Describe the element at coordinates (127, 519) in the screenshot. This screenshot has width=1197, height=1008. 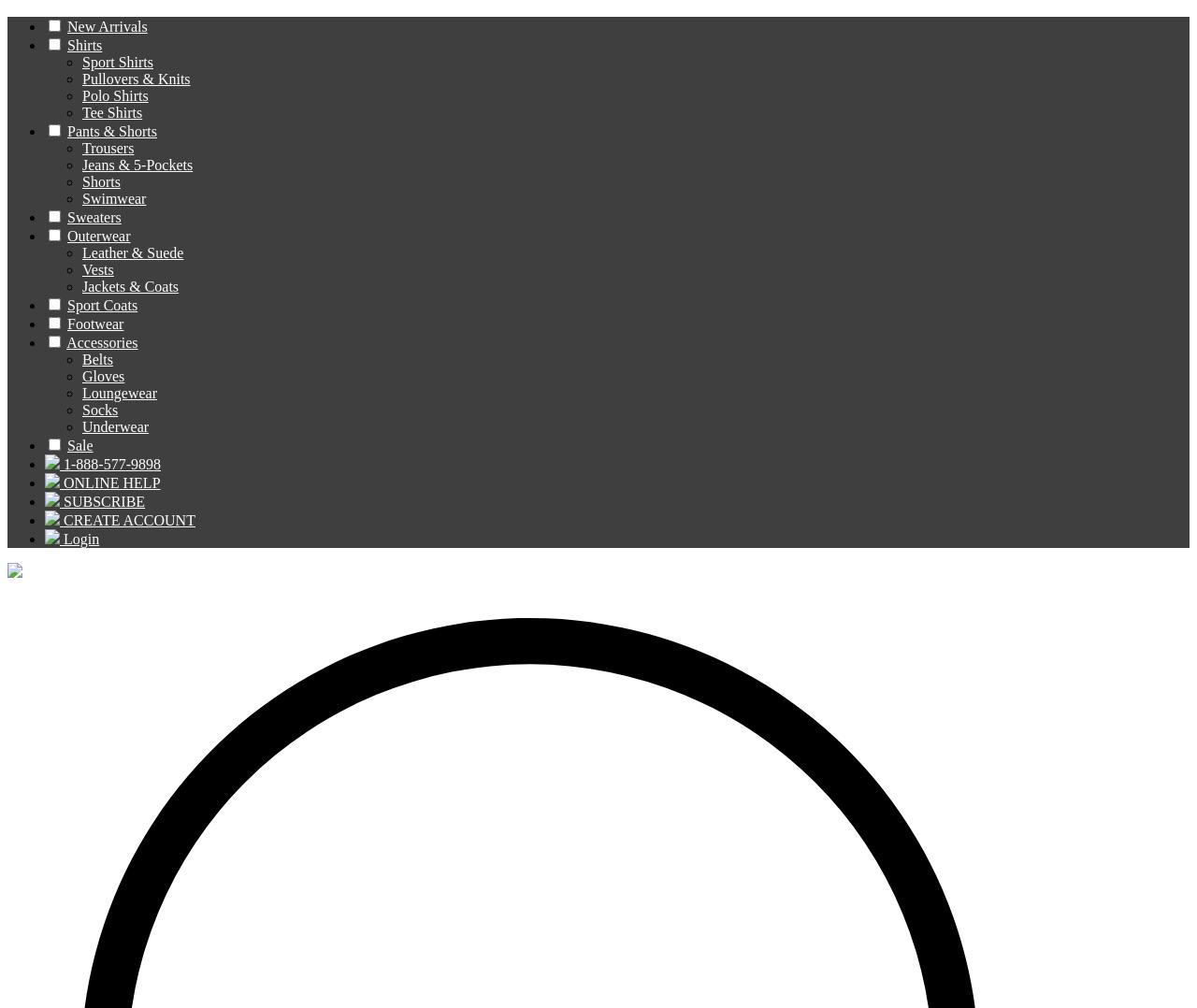
I see `'CREATE ACCOUNT'` at that location.